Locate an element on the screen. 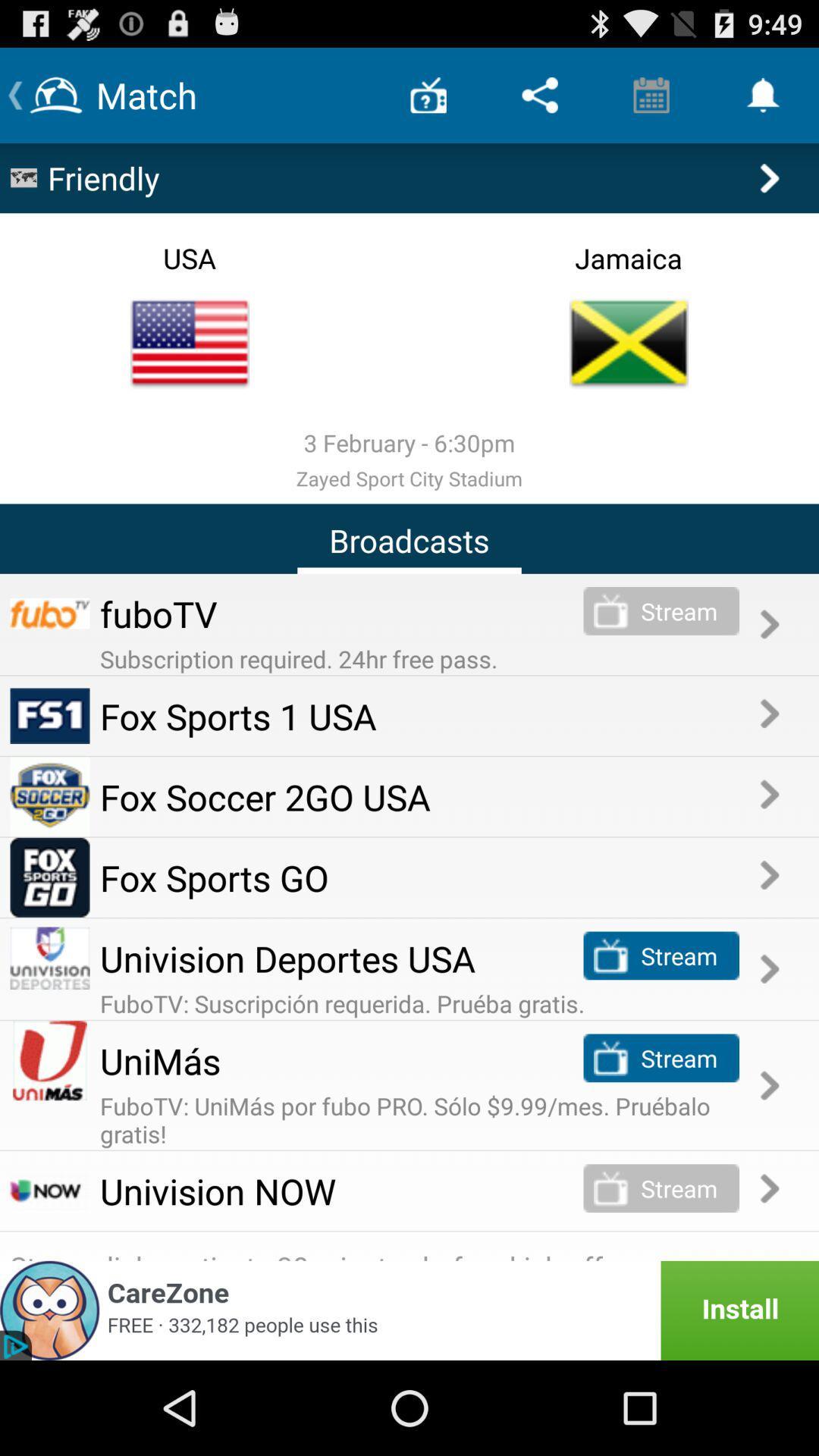 The height and width of the screenshot is (1456, 819). the jamaica flag to the right side of the page is located at coordinates (629, 342).